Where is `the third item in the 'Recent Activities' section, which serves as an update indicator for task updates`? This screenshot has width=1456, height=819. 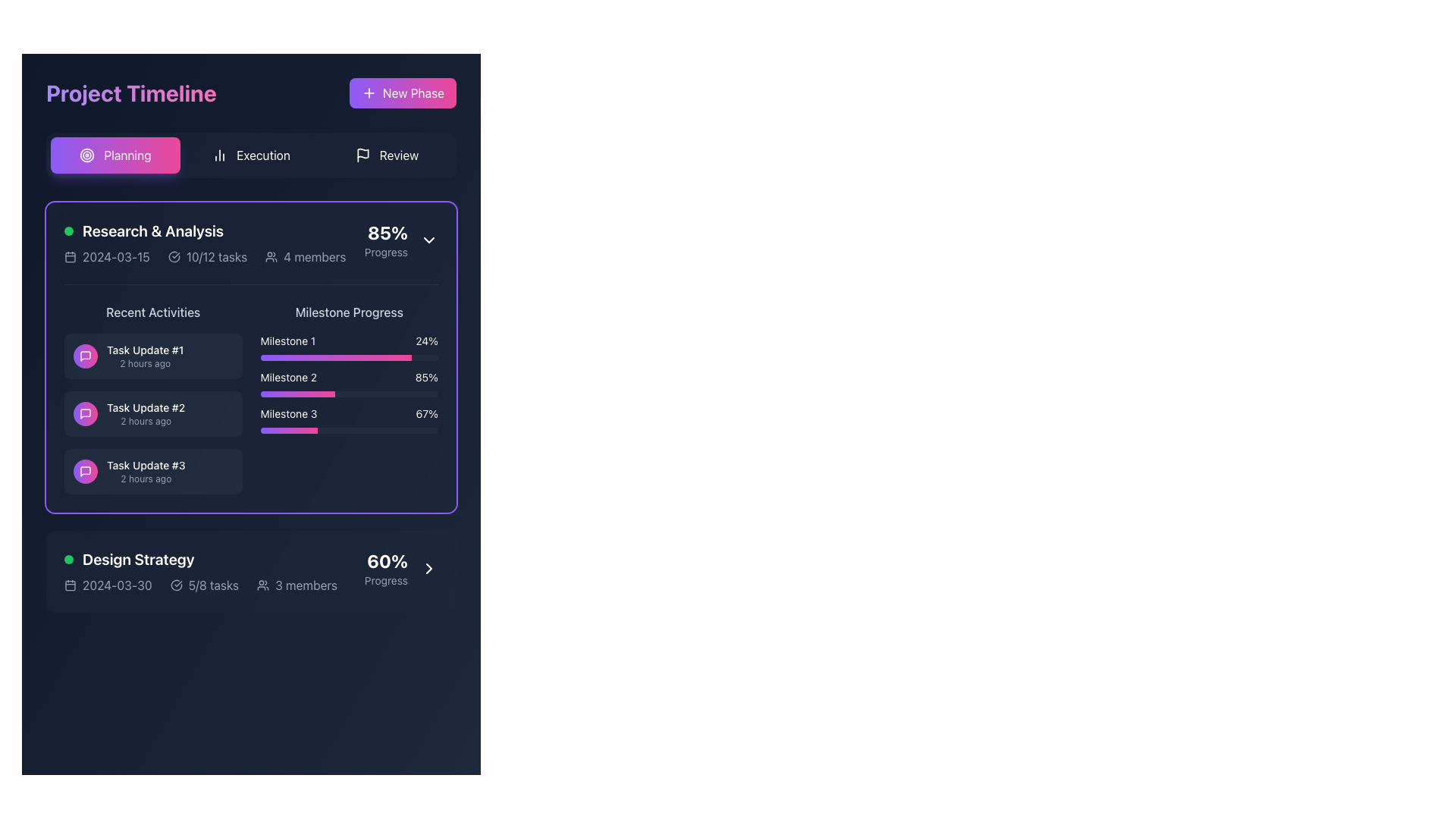 the third item in the 'Recent Activities' section, which serves as an update indicator for task updates is located at coordinates (146, 470).